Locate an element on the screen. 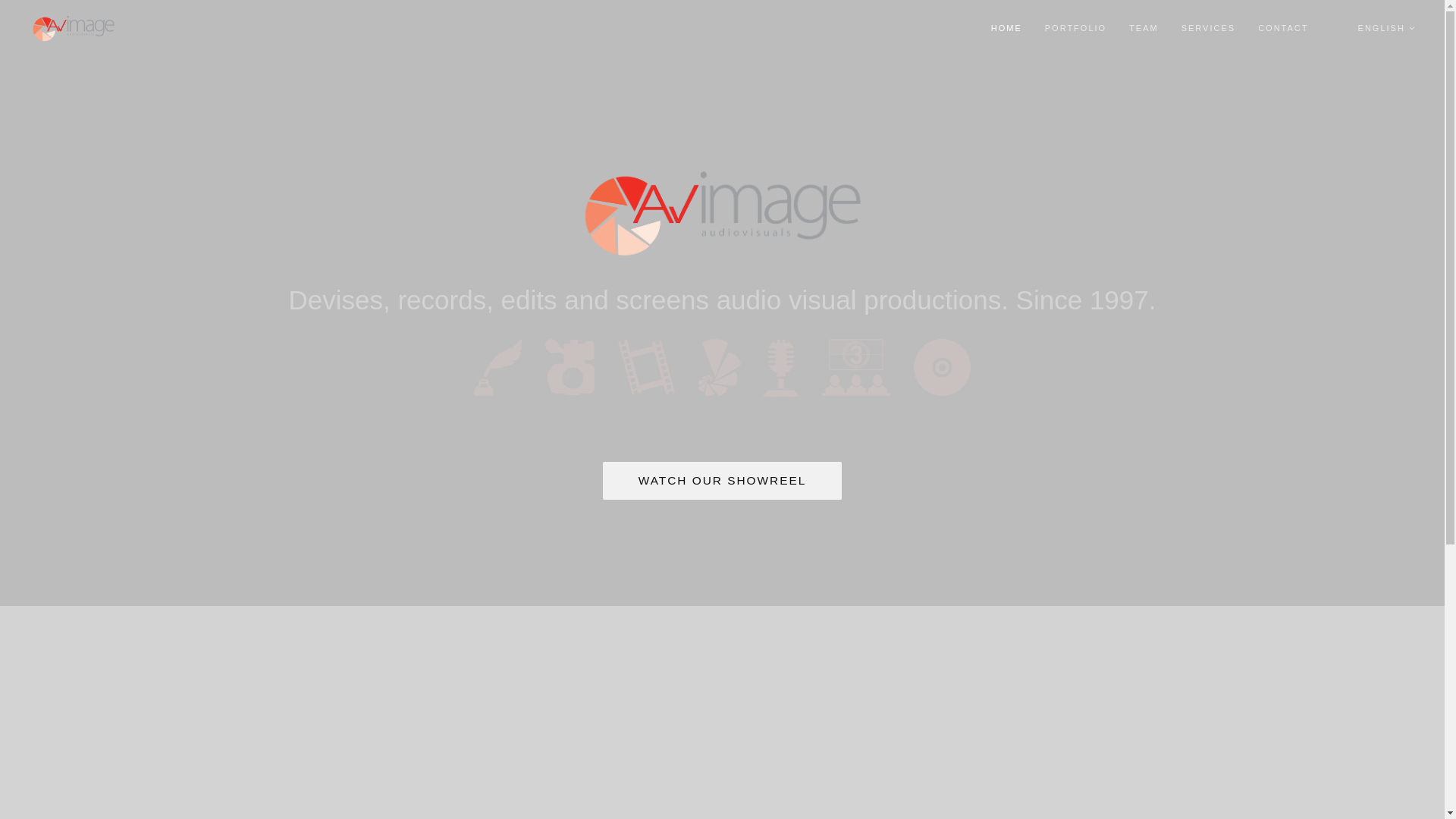 This screenshot has width=1456, height=819. 'PORTFOLIO' is located at coordinates (1075, 28).